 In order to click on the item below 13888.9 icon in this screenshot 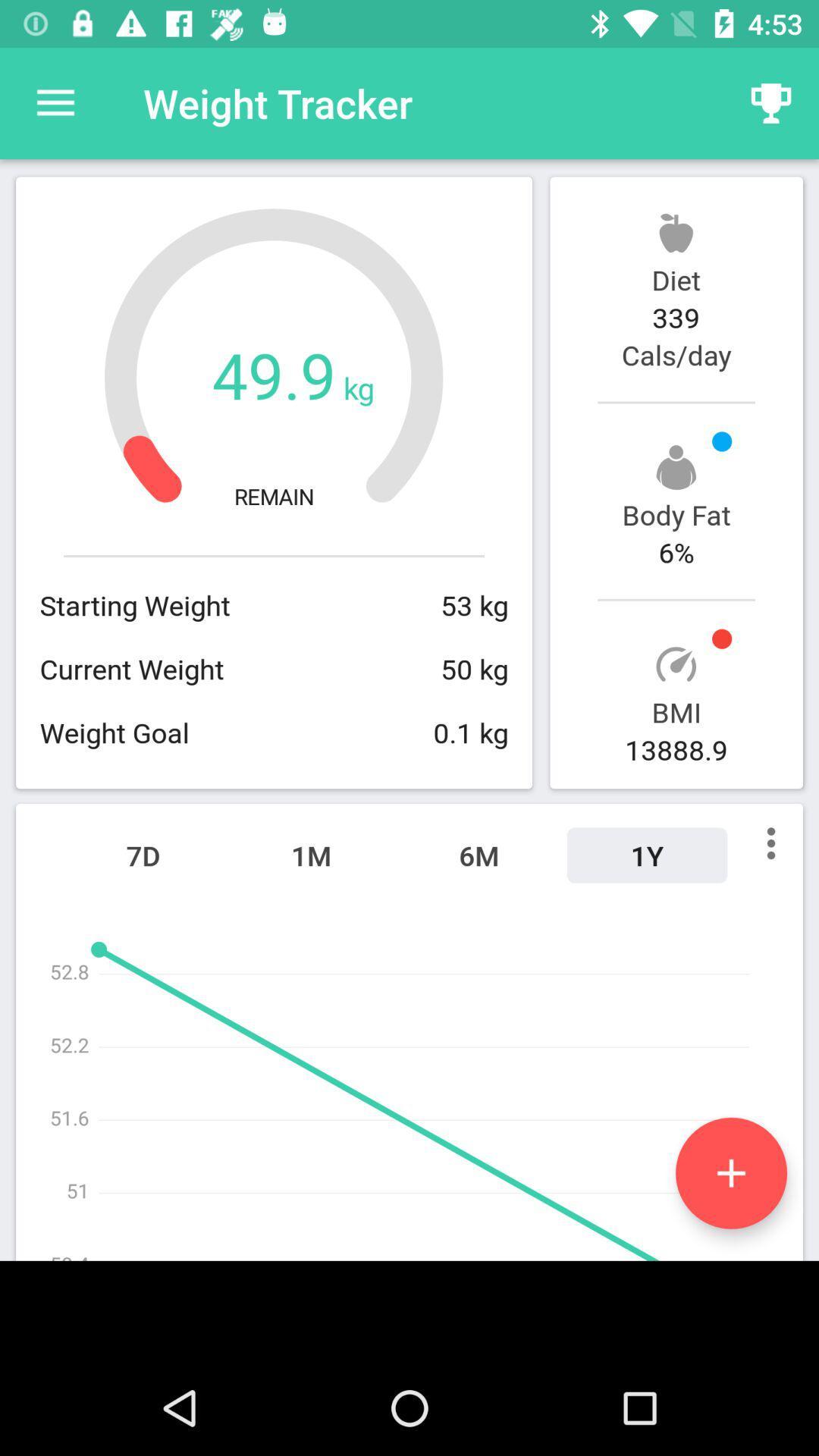, I will do `click(647, 855)`.